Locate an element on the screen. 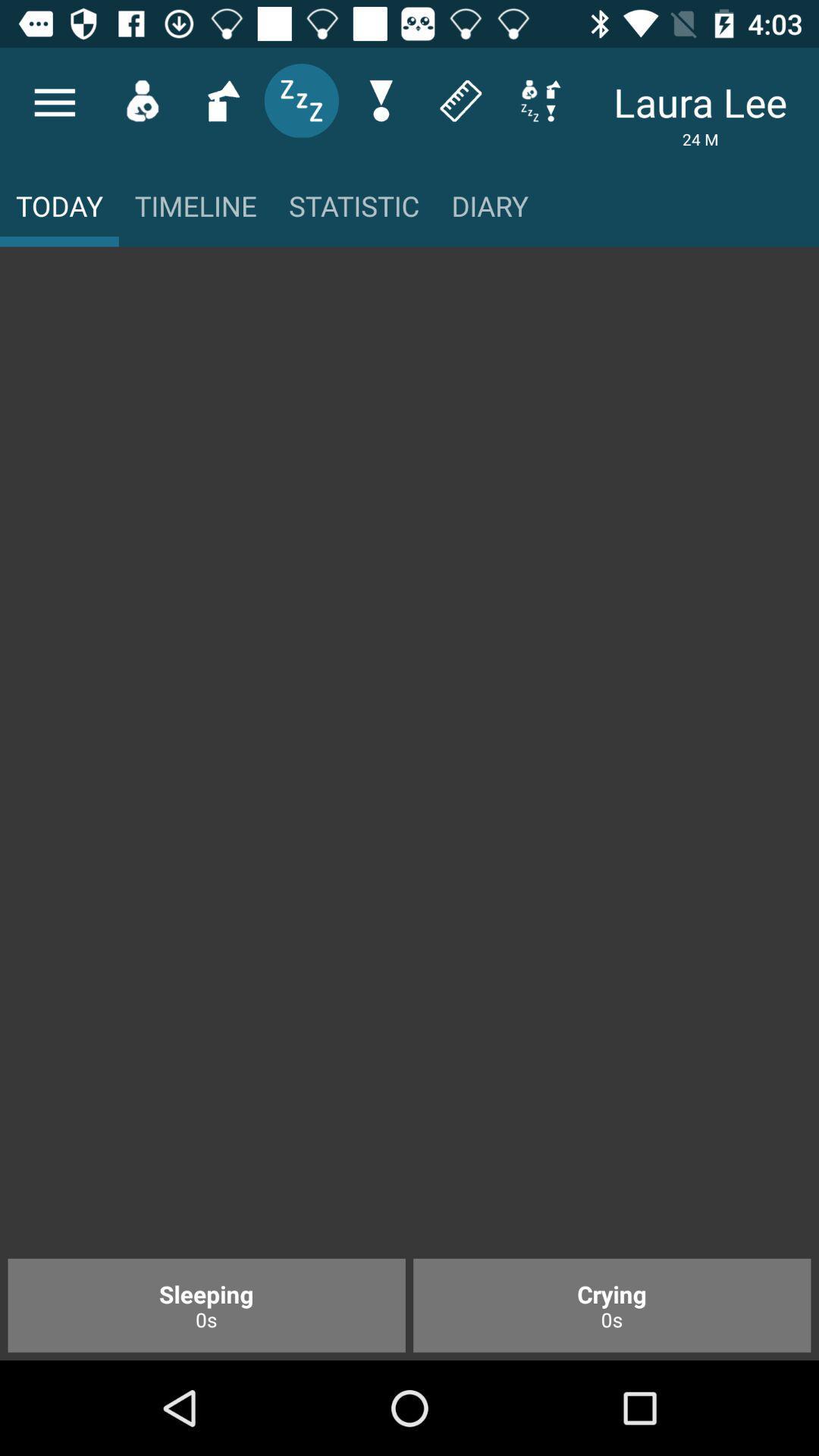 The width and height of the screenshot is (819, 1456). the icon at the bottom left corner is located at coordinates (206, 1304).